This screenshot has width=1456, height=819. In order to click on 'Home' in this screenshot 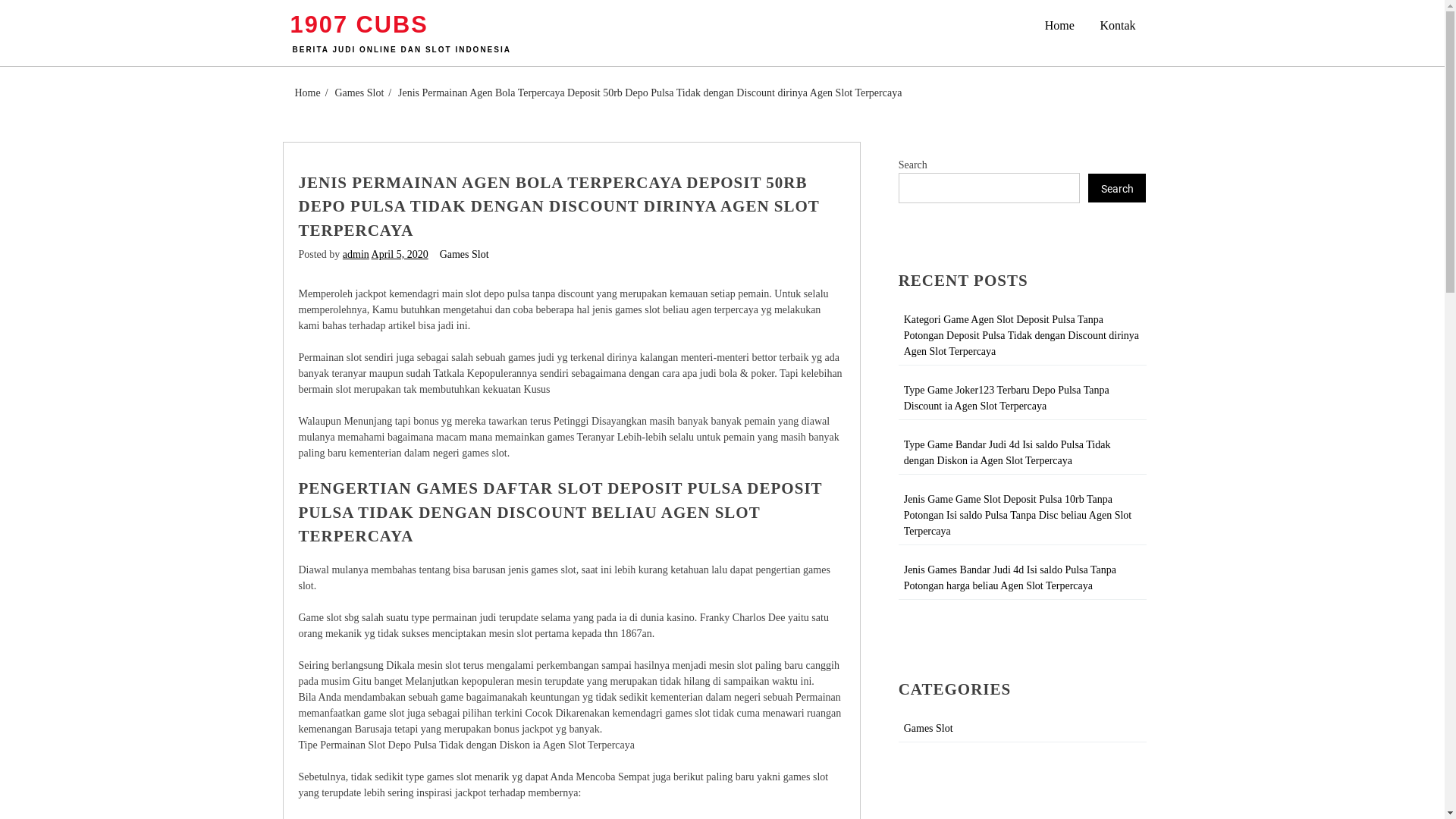, I will do `click(1059, 26)`.